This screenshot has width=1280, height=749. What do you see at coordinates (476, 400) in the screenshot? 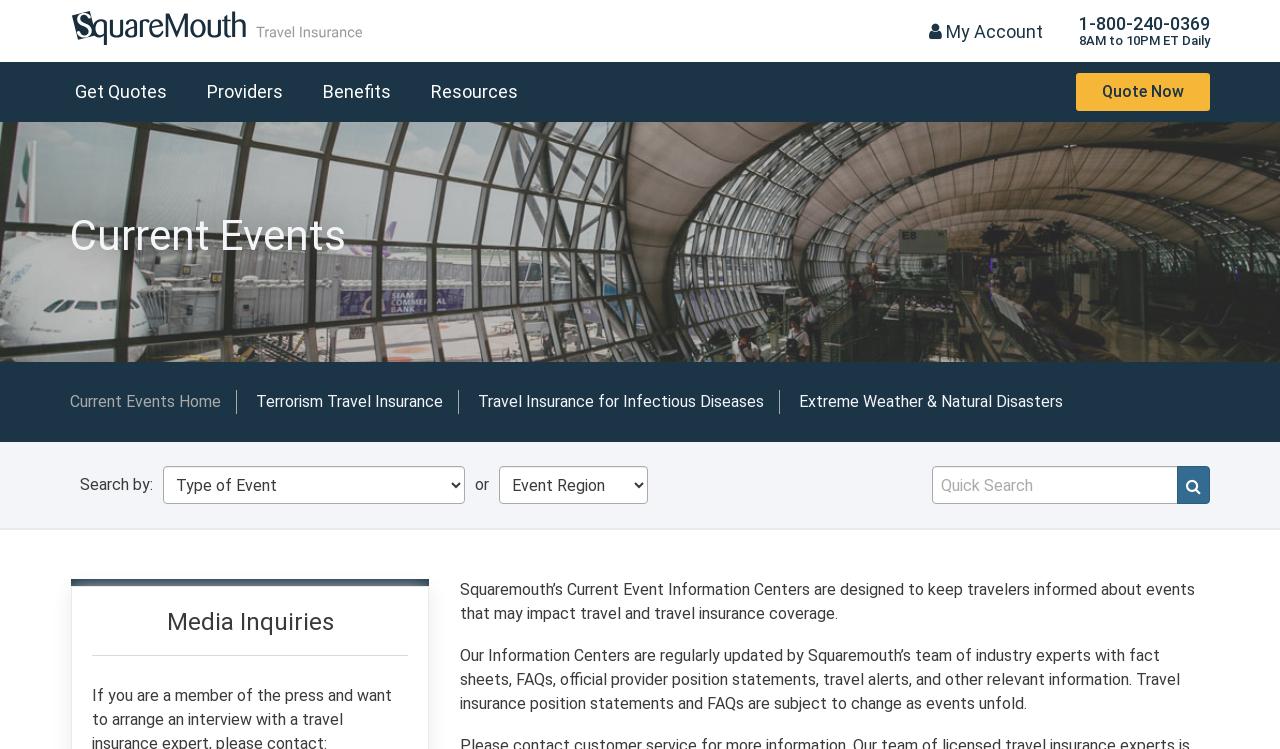
I see `'Travel Insurance for Infectious Diseases'` at bounding box center [476, 400].